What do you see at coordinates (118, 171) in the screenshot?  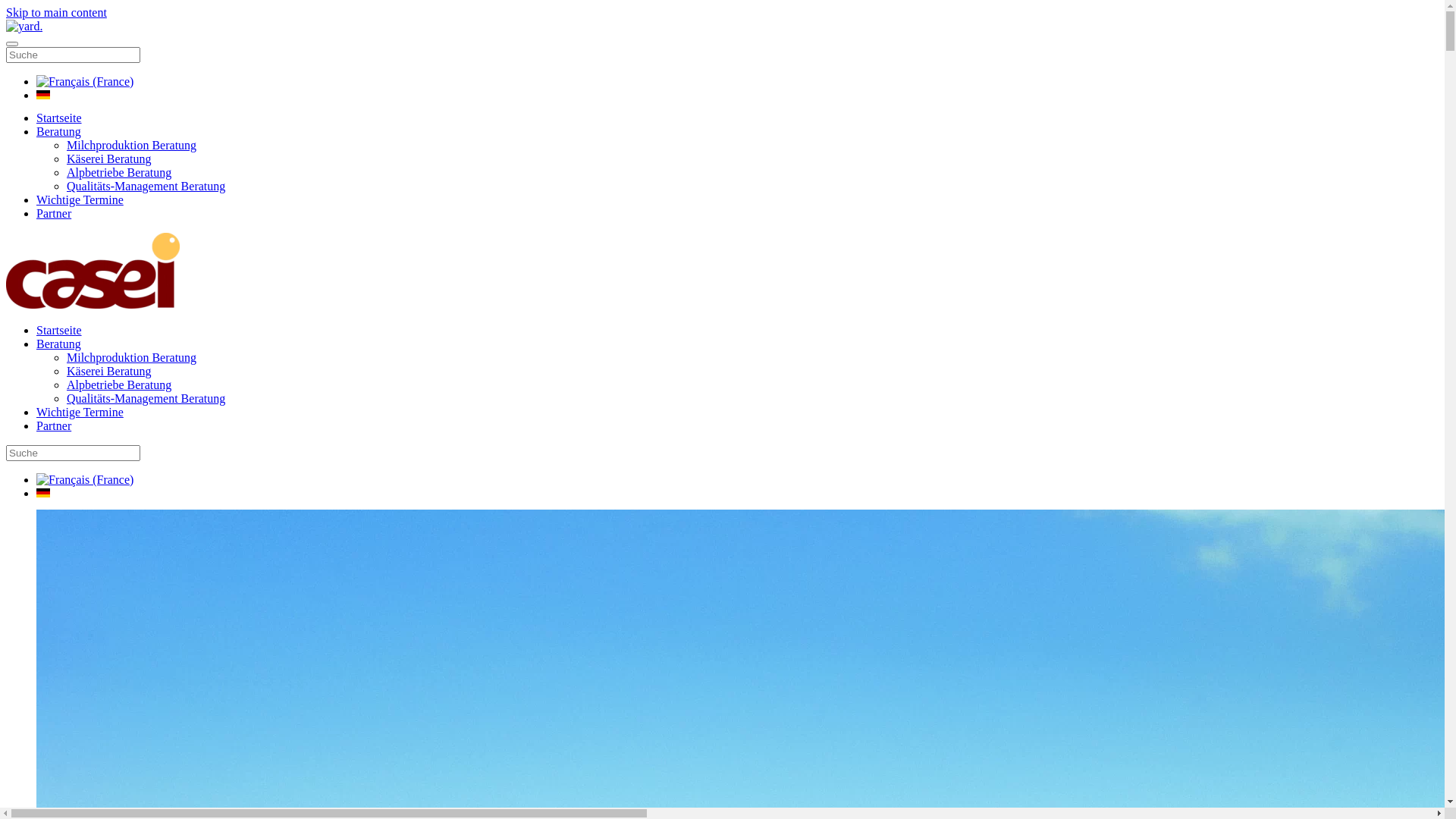 I see `'Alpbetriebe Beratung'` at bounding box center [118, 171].